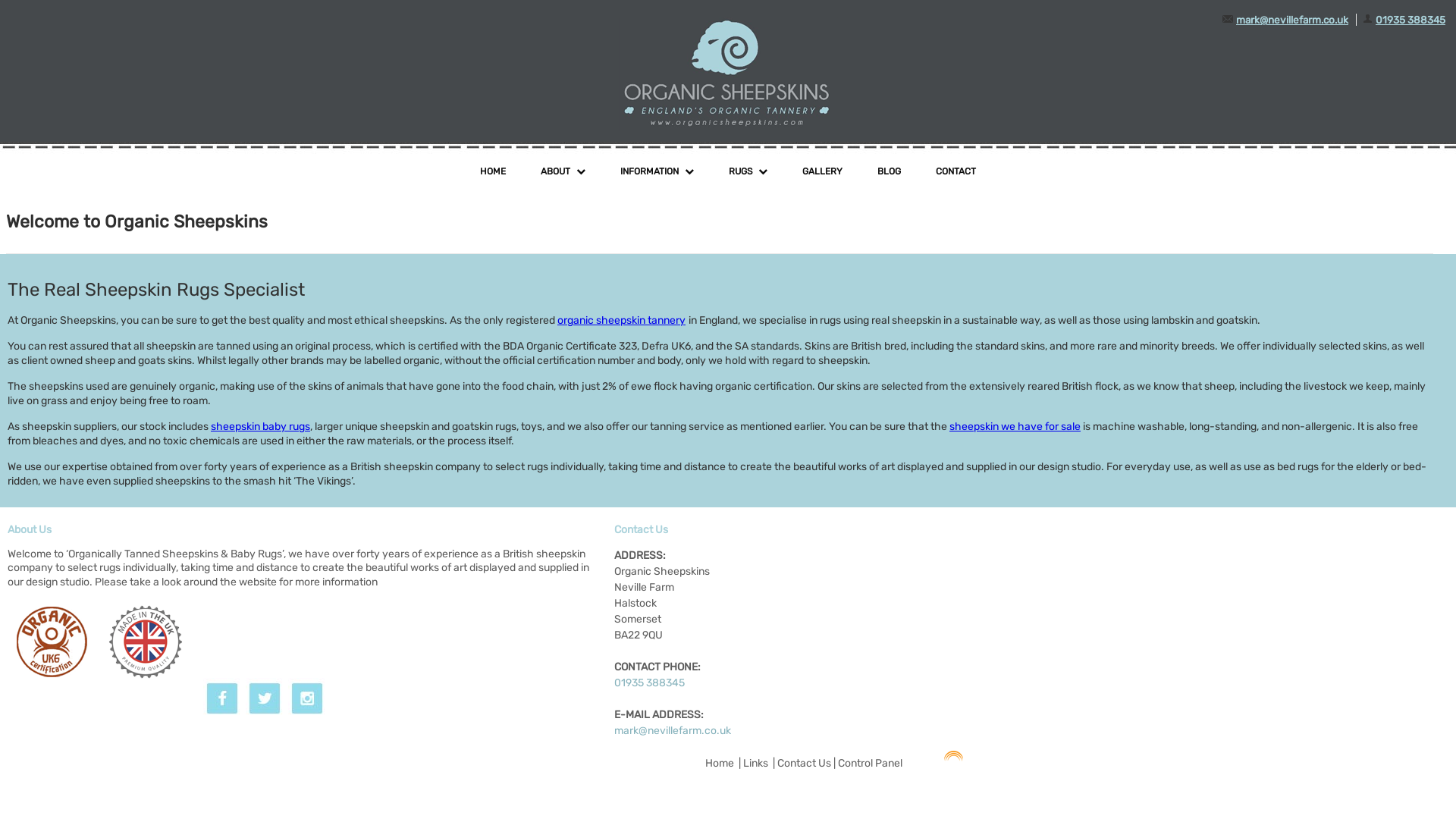 The height and width of the screenshot is (819, 1456). Describe the element at coordinates (614, 681) in the screenshot. I see `'01935 388345'` at that location.